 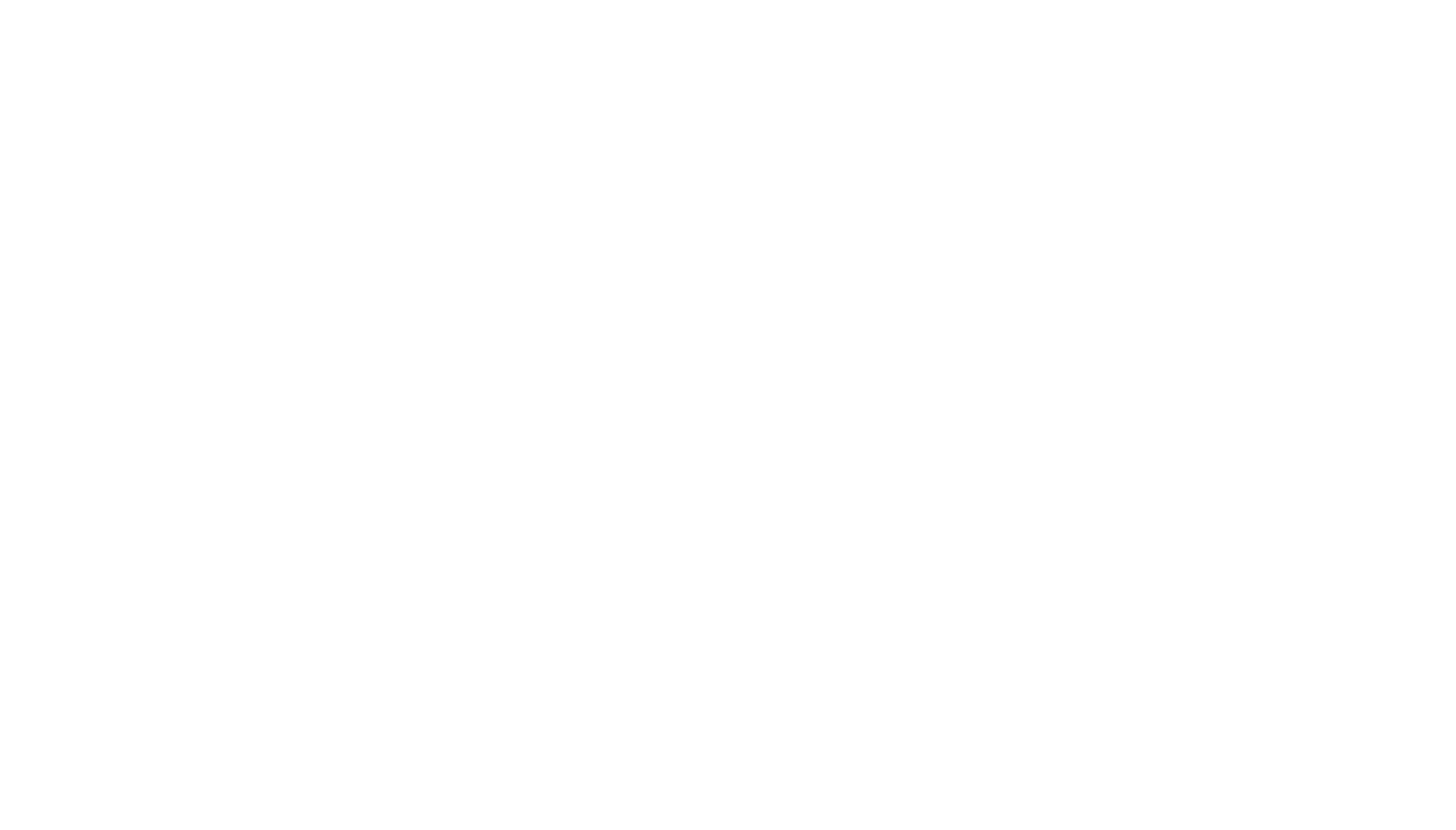 I want to click on '12 Crab Enchiladas for $48.00', so click(x=469, y=434).